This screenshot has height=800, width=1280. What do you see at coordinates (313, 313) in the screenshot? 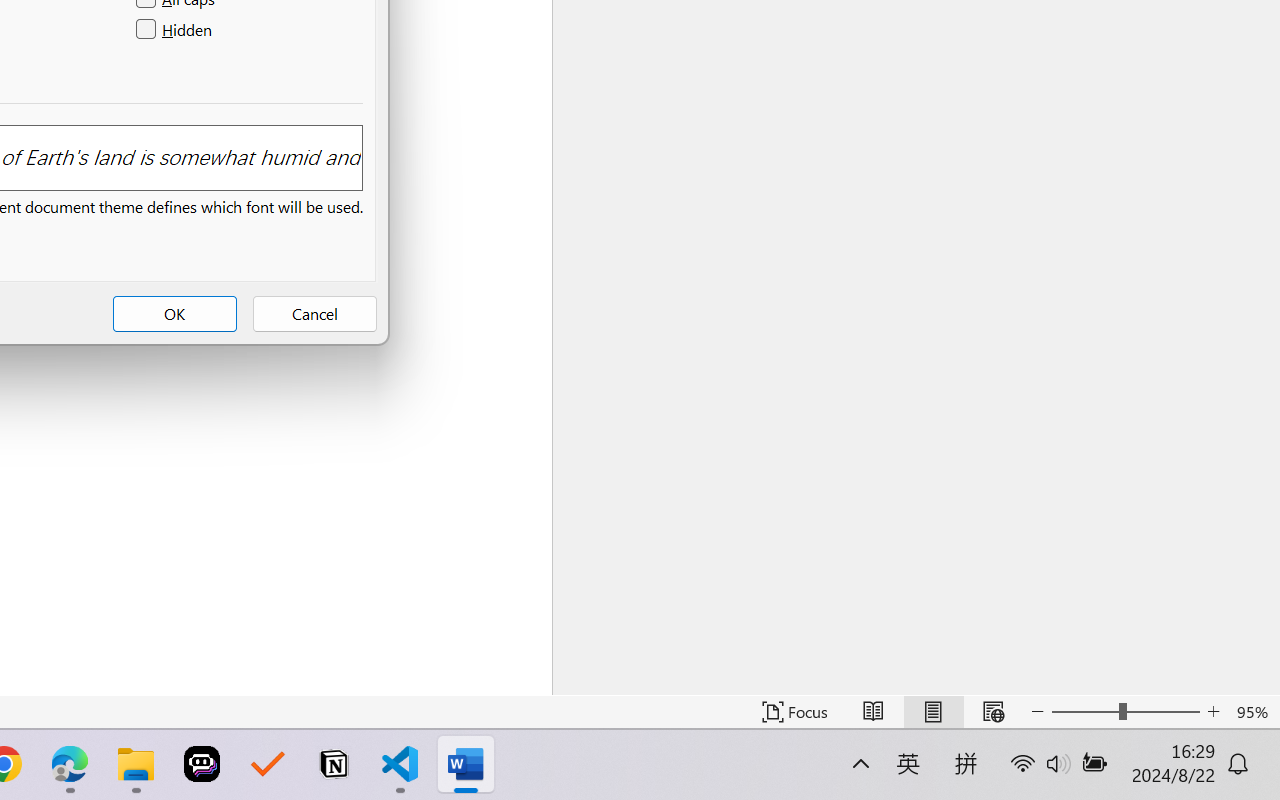
I see `'Cancel'` at bounding box center [313, 313].